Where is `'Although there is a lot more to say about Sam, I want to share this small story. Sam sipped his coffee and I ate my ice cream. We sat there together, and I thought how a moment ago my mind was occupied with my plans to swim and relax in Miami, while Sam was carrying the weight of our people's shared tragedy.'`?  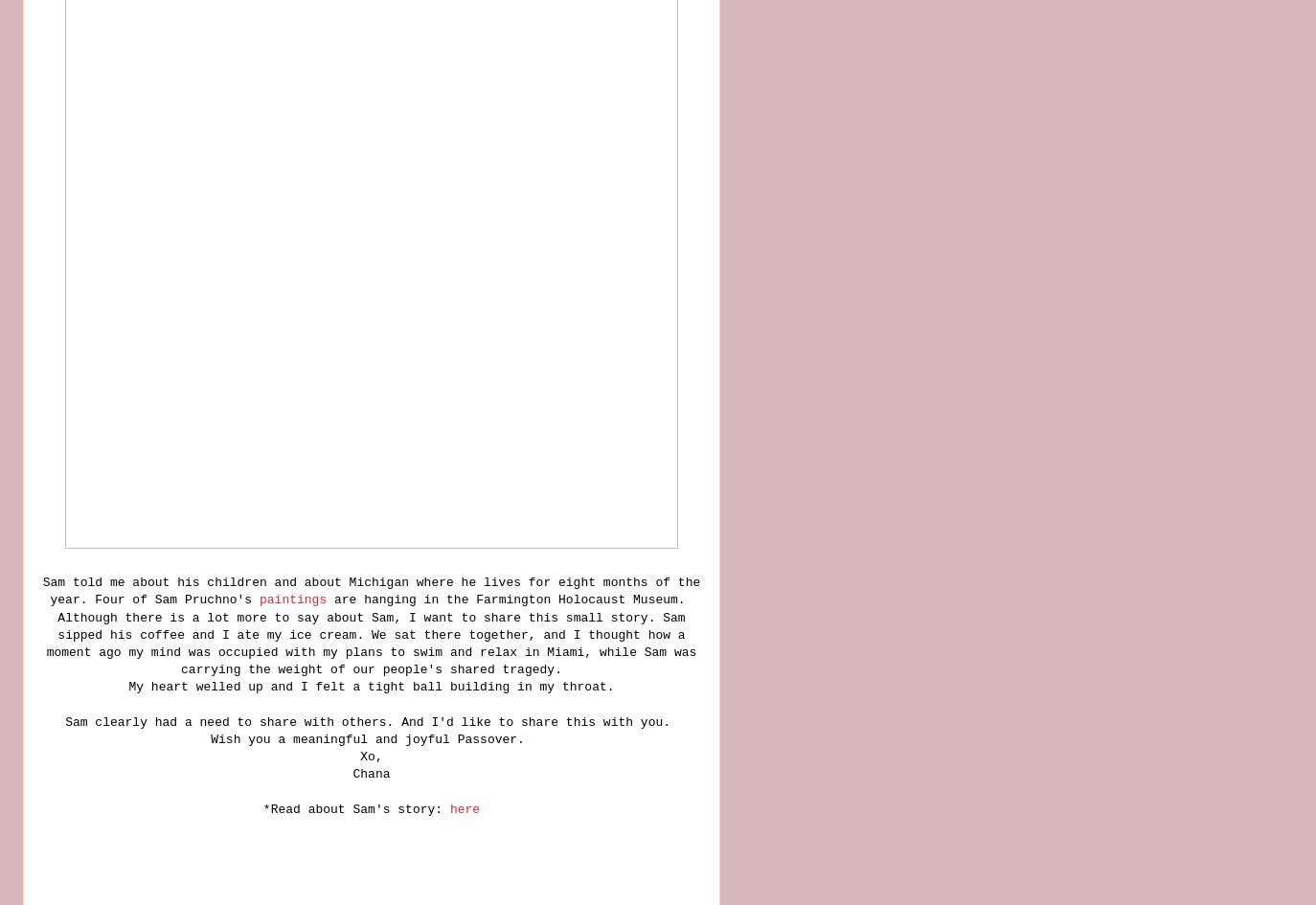 'Although there is a lot more to say about Sam, I want to share this small story. Sam sipped his coffee and I ate my ice cream. We sat there together, and I thought how a moment ago my mind was occupied with my plans to swim and relax in Miami, while Sam was carrying the weight of our people's shared tragedy.' is located at coordinates (44, 642).